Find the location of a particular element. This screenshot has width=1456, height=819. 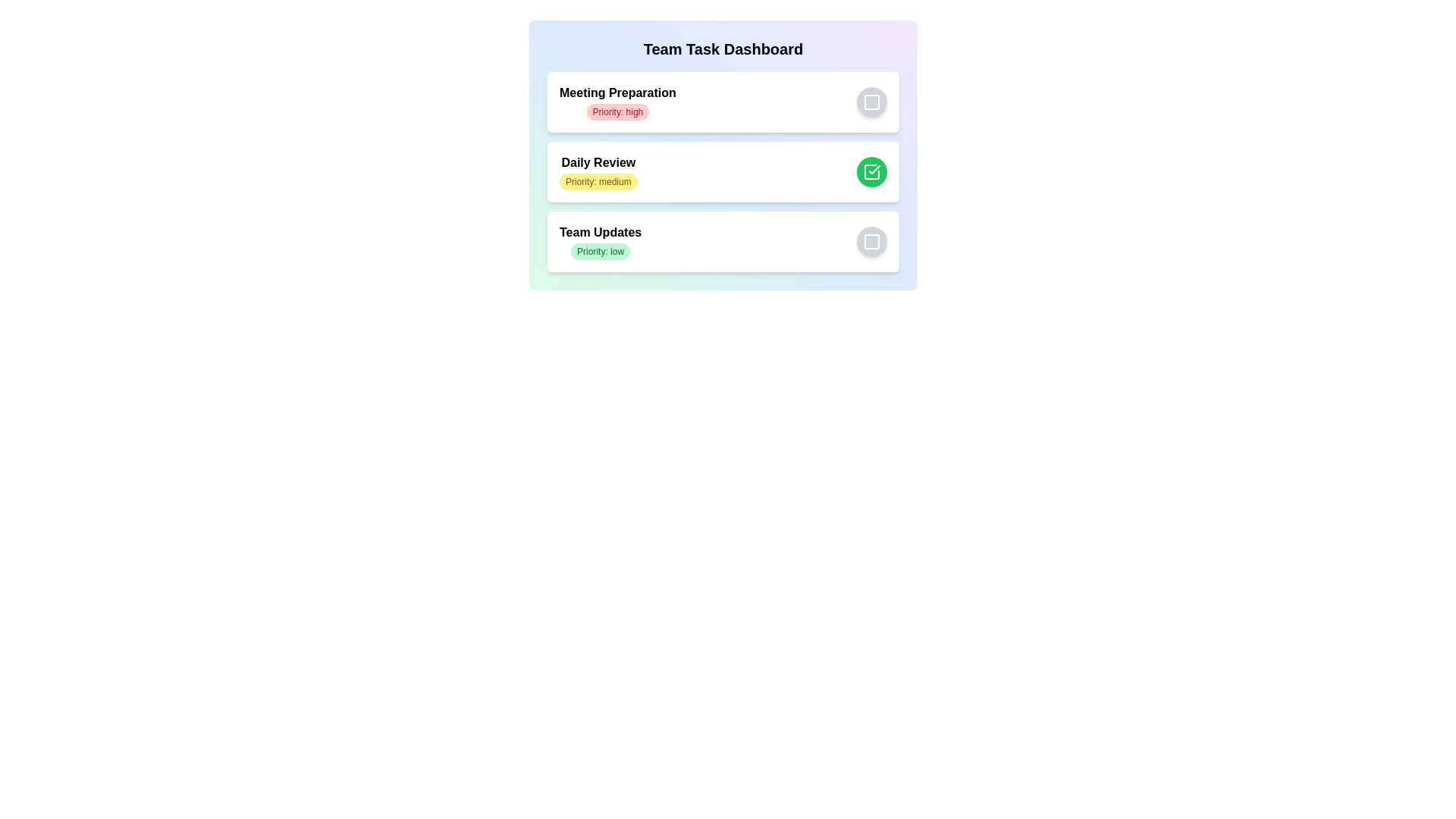

the task with priority medium is located at coordinates (598, 180).